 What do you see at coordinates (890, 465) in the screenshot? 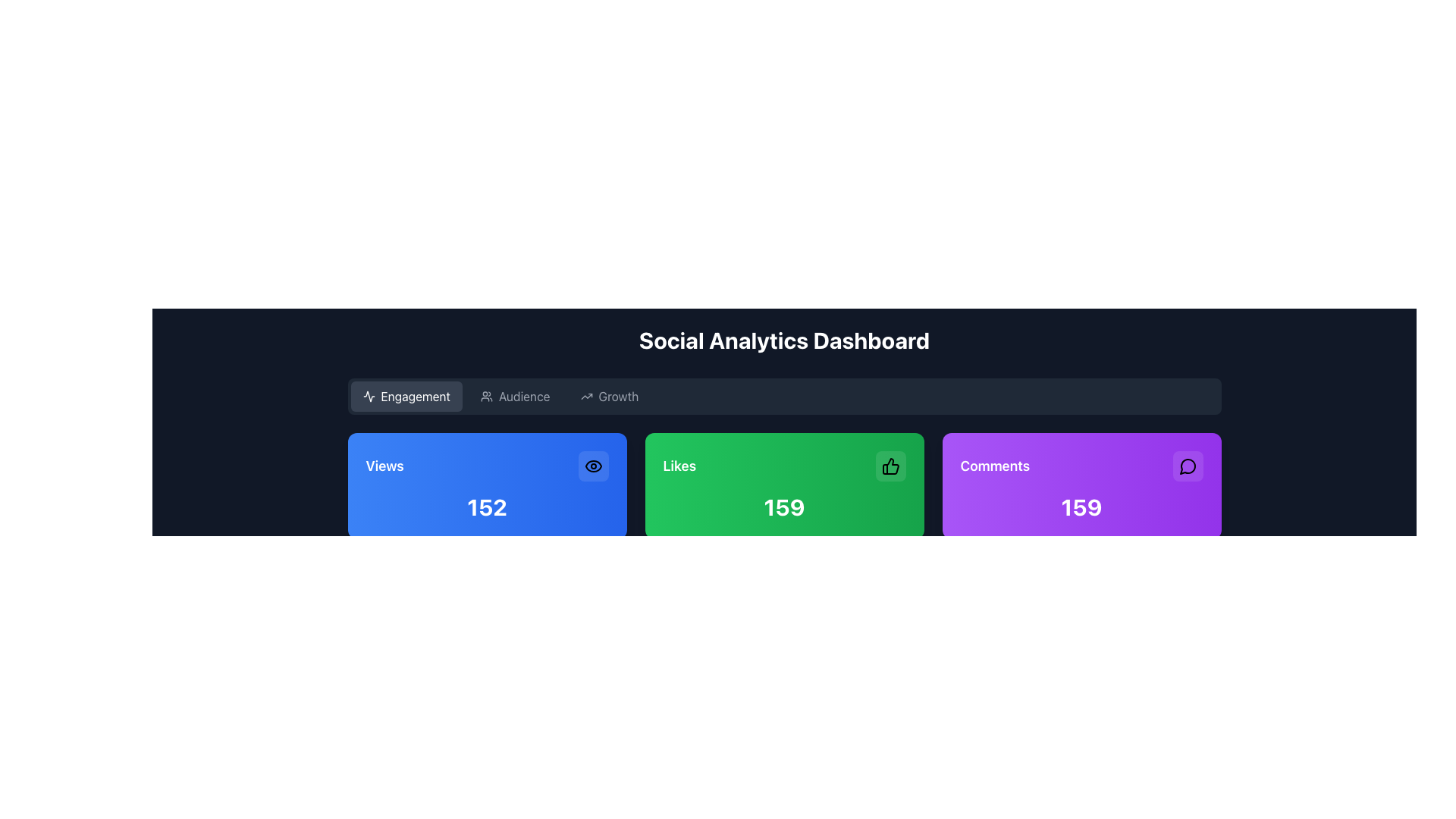
I see `the thumbs-up icon located in the top-right corner of the green 'Likes' card component, which signifies user appreciation or agreement` at bounding box center [890, 465].